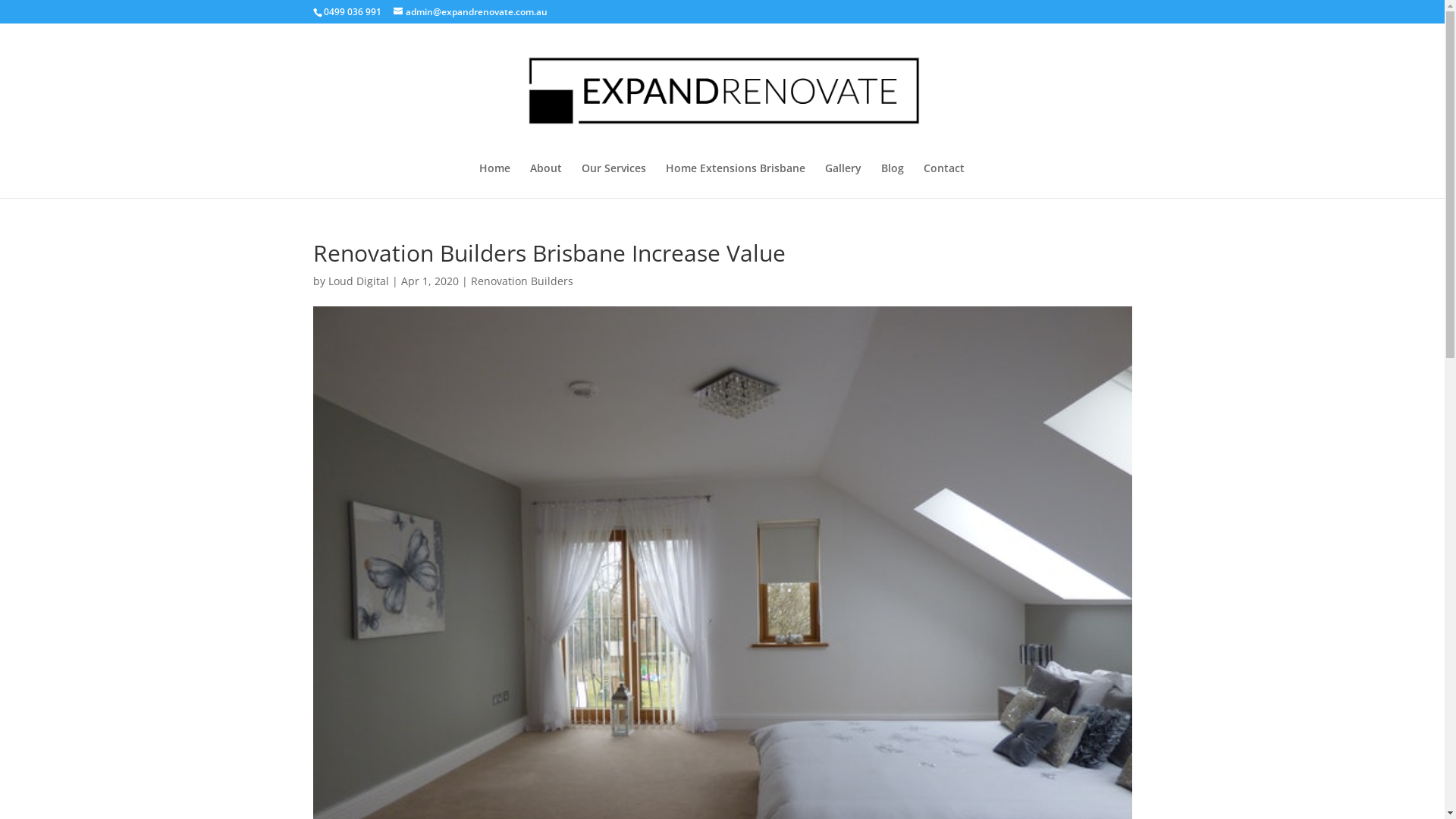 Image resolution: width=1456 pixels, height=819 pixels. I want to click on 'Gallery', so click(843, 180).